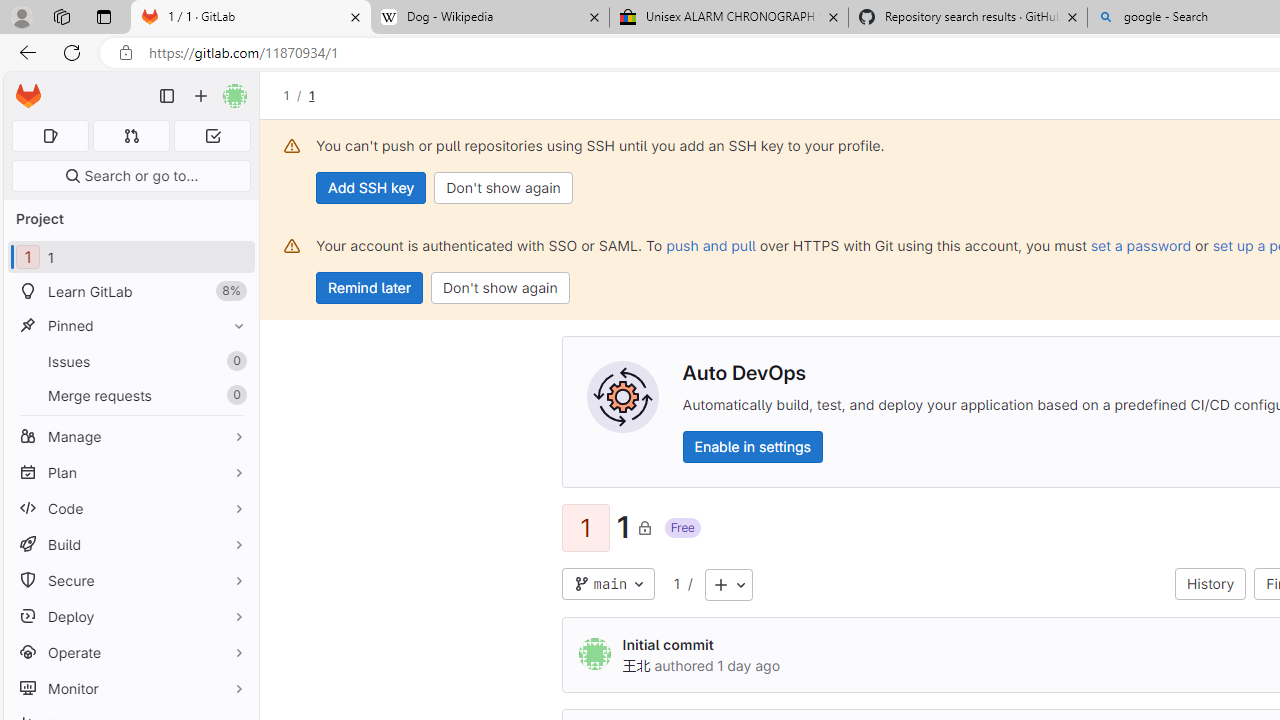  Describe the element at coordinates (490, 17) in the screenshot. I see `'Dog - Wikipedia'` at that location.